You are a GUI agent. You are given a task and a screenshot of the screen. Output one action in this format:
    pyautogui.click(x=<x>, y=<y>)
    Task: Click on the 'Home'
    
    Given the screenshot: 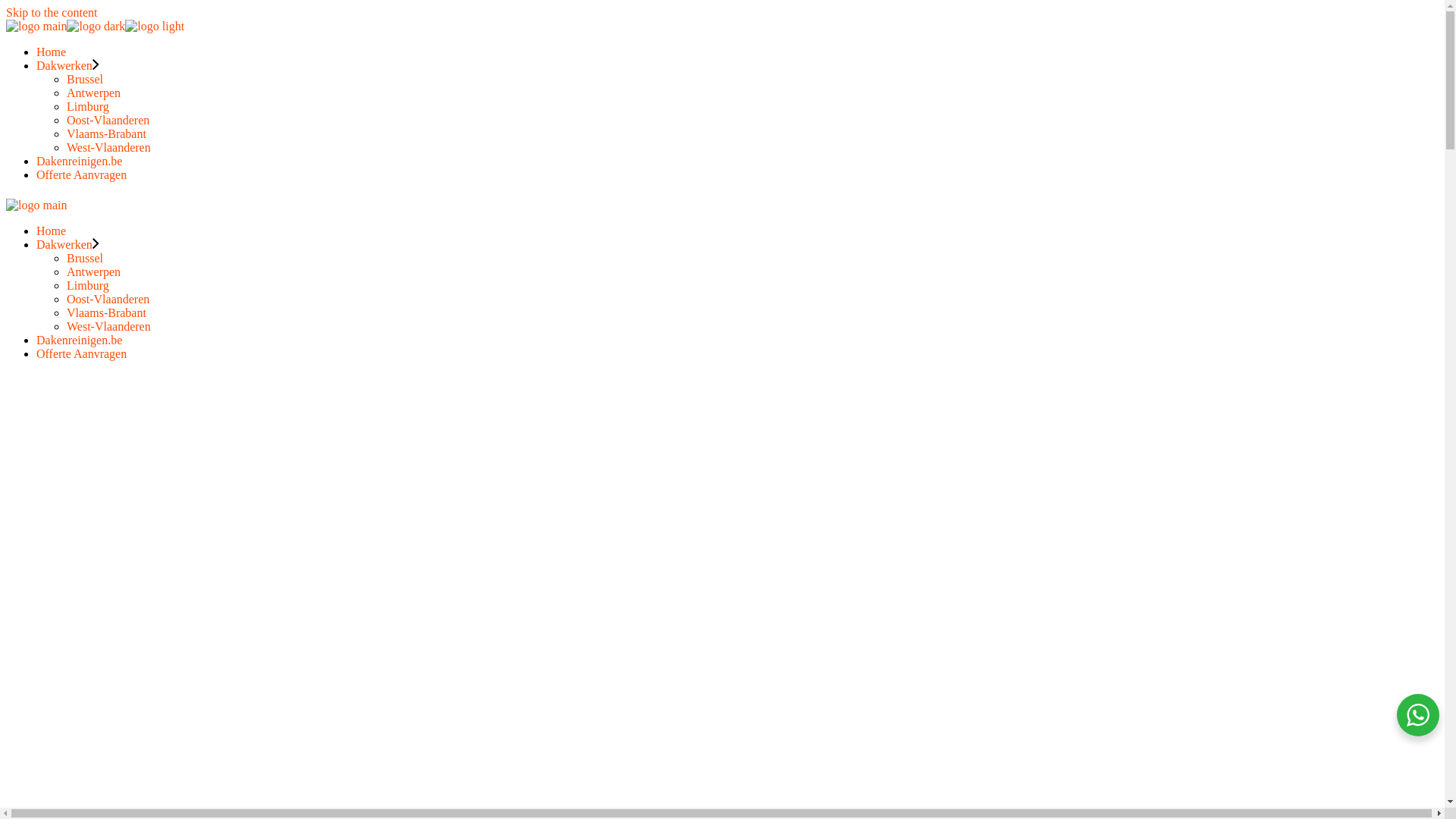 What is the action you would take?
    pyautogui.click(x=51, y=231)
    